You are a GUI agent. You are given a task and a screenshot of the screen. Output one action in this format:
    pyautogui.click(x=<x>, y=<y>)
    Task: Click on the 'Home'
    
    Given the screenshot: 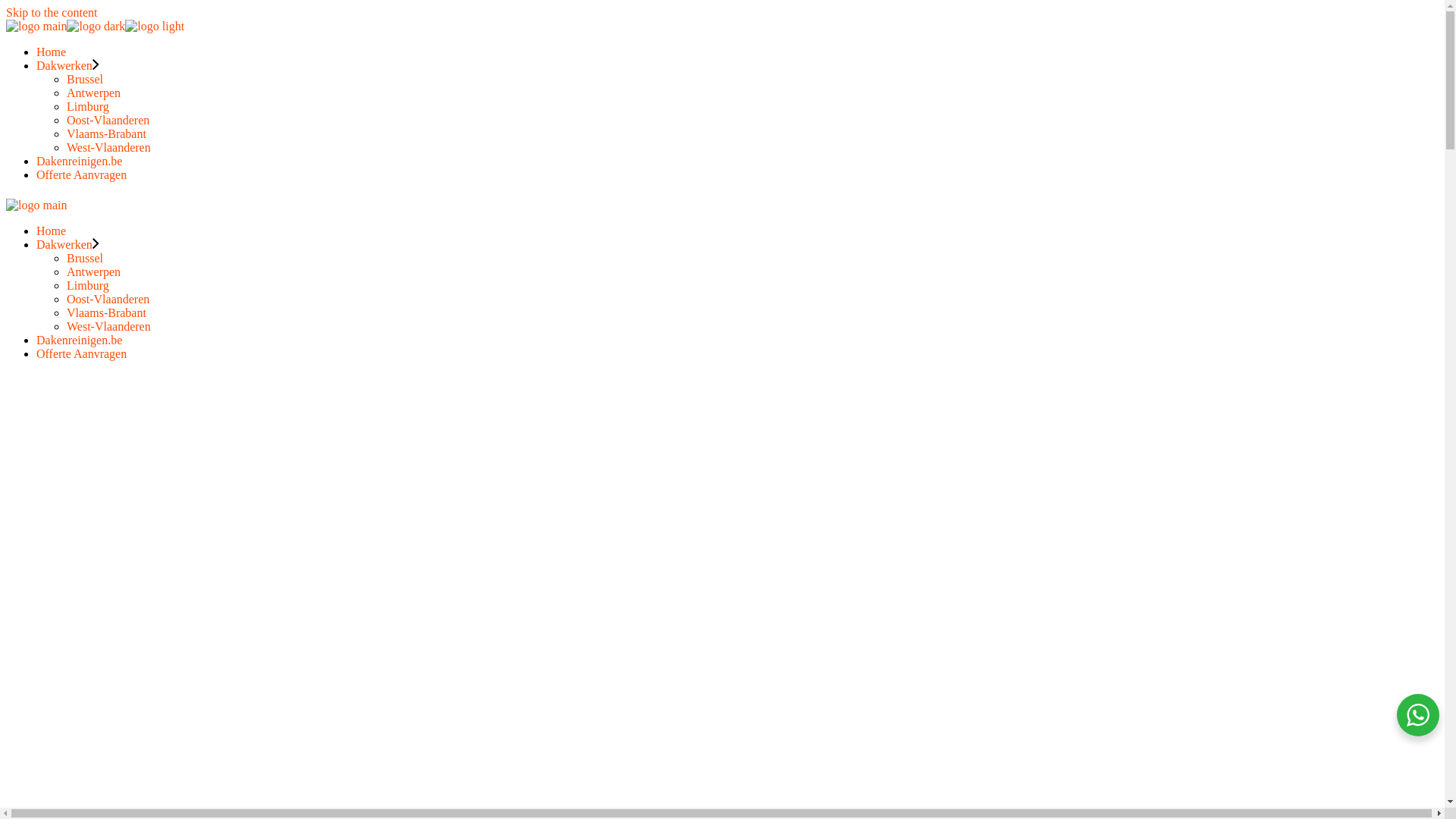 What is the action you would take?
    pyautogui.click(x=51, y=231)
    